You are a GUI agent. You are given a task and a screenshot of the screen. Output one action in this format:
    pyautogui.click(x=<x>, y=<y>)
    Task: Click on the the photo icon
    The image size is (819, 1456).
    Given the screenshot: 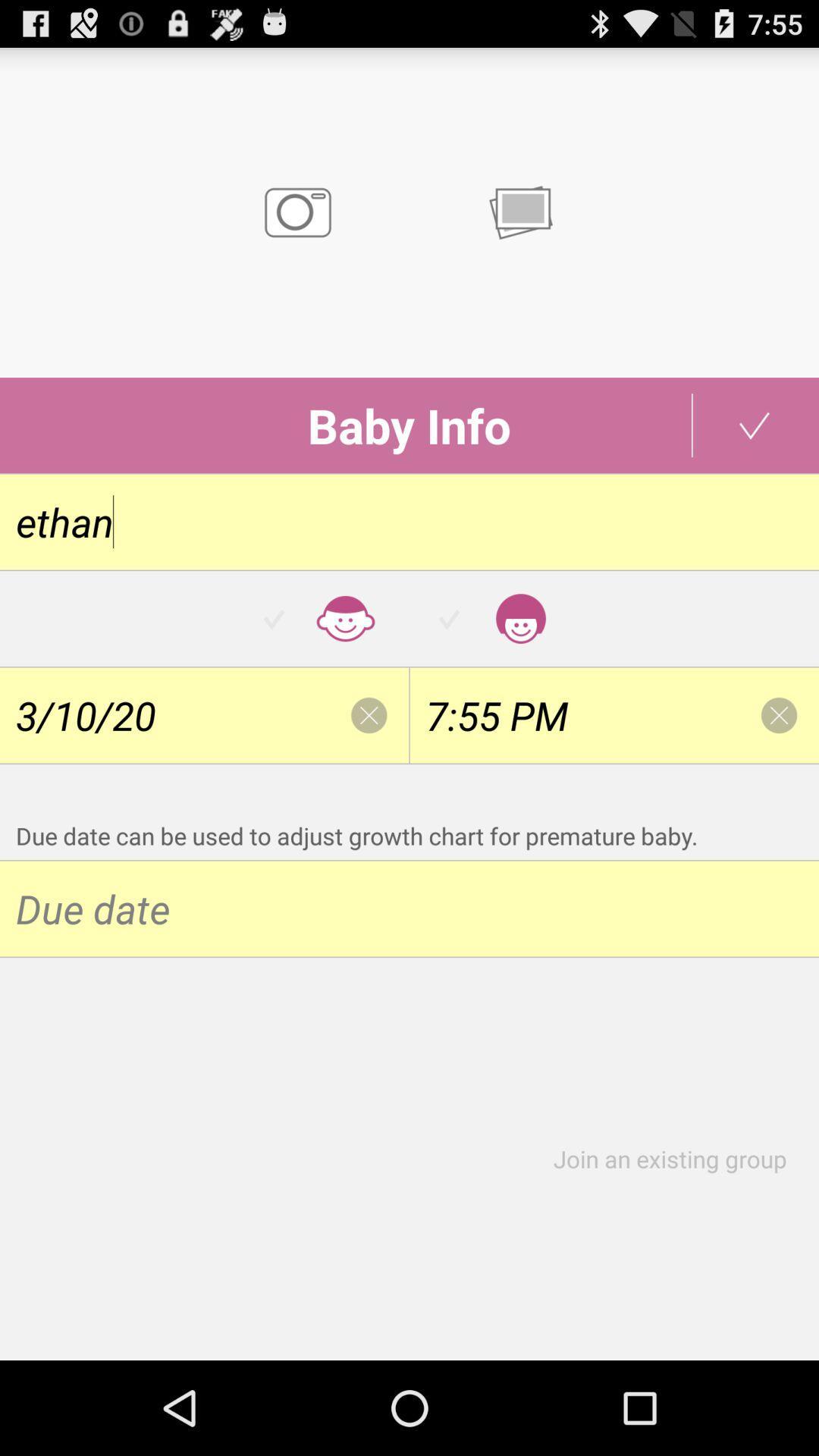 What is the action you would take?
    pyautogui.click(x=298, y=227)
    